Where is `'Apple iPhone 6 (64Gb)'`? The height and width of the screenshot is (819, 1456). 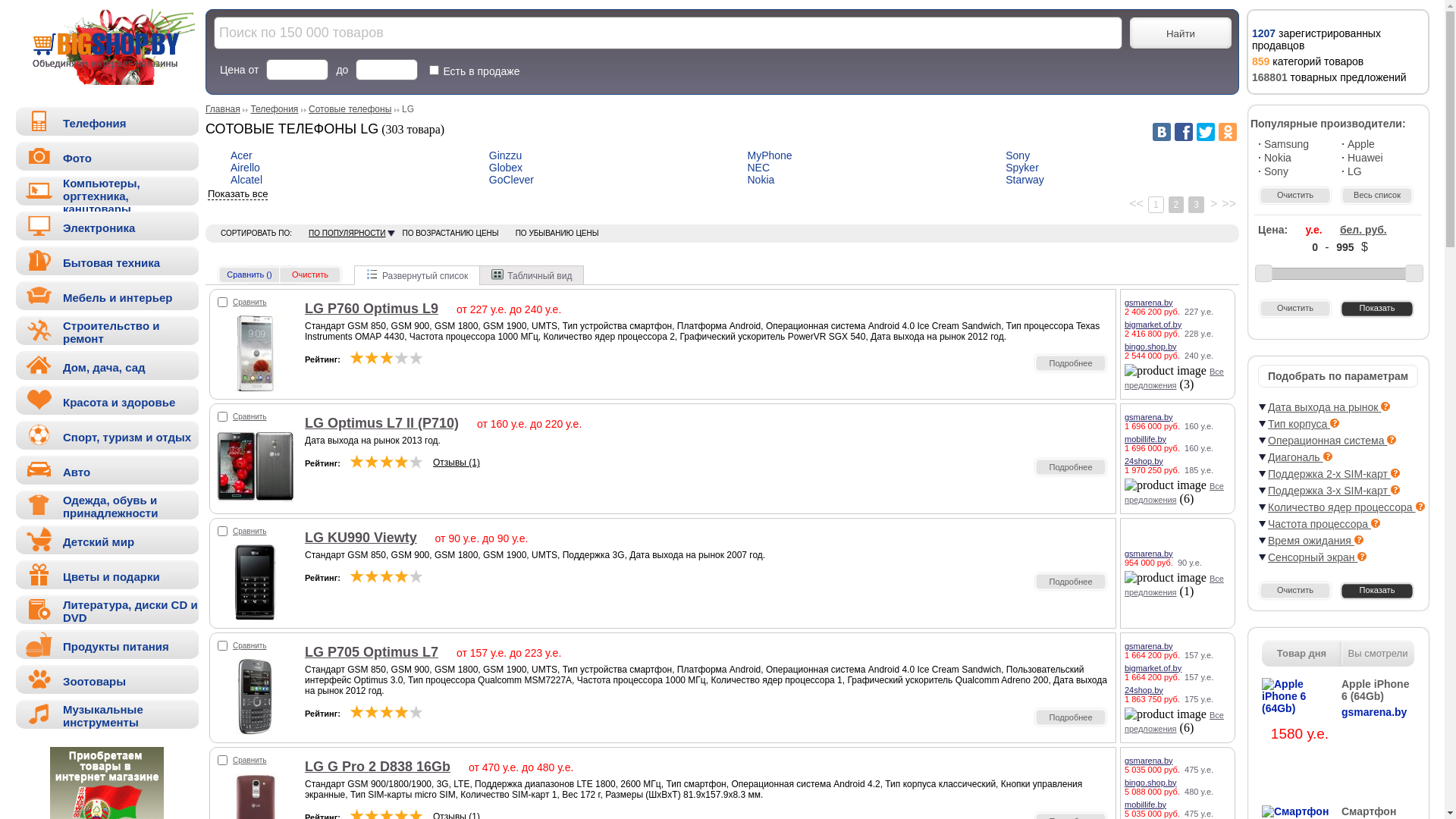 'Apple iPhone 6 (64Gb)' is located at coordinates (1378, 690).